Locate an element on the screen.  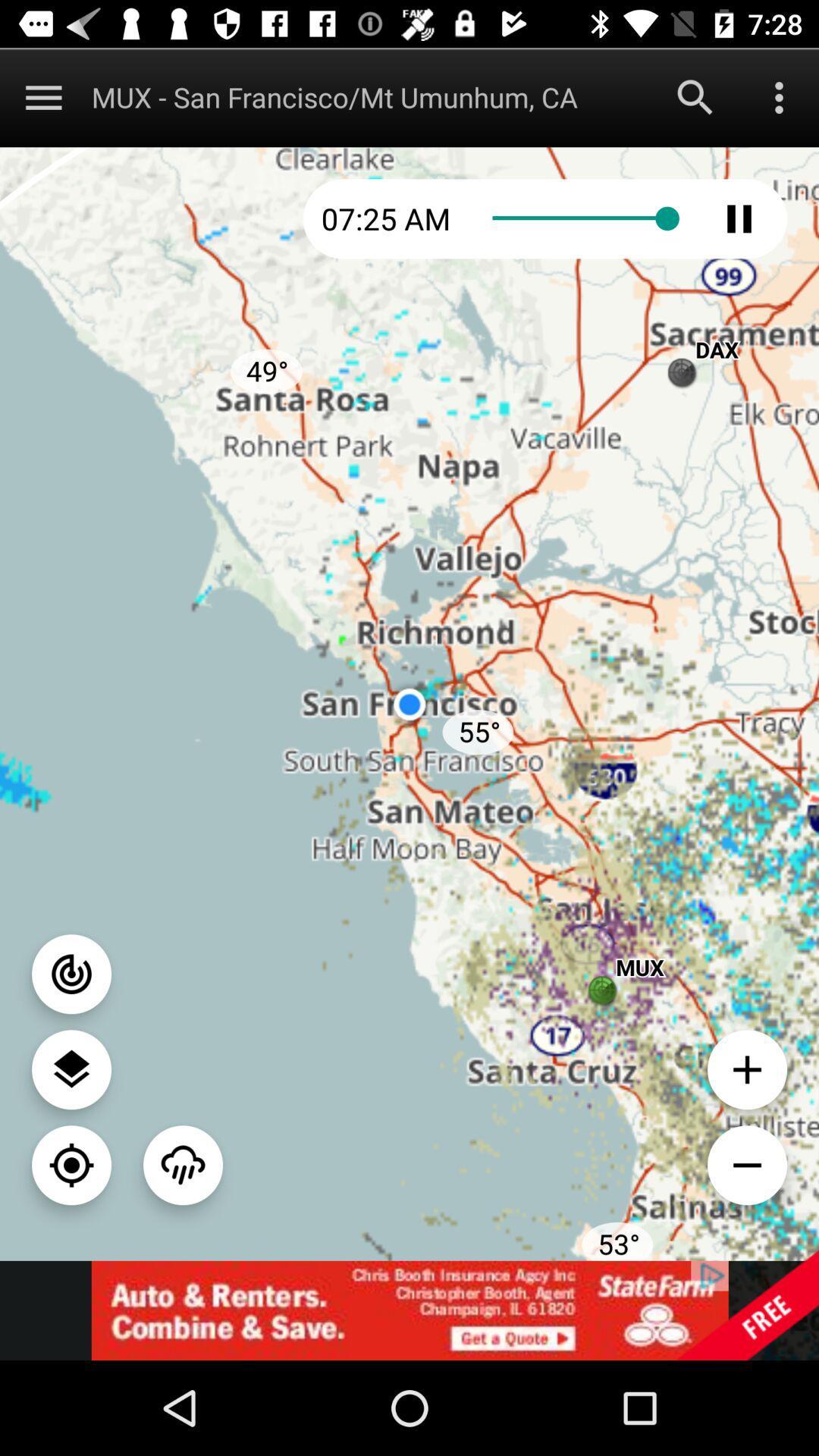
look at the menu is located at coordinates (42, 96).